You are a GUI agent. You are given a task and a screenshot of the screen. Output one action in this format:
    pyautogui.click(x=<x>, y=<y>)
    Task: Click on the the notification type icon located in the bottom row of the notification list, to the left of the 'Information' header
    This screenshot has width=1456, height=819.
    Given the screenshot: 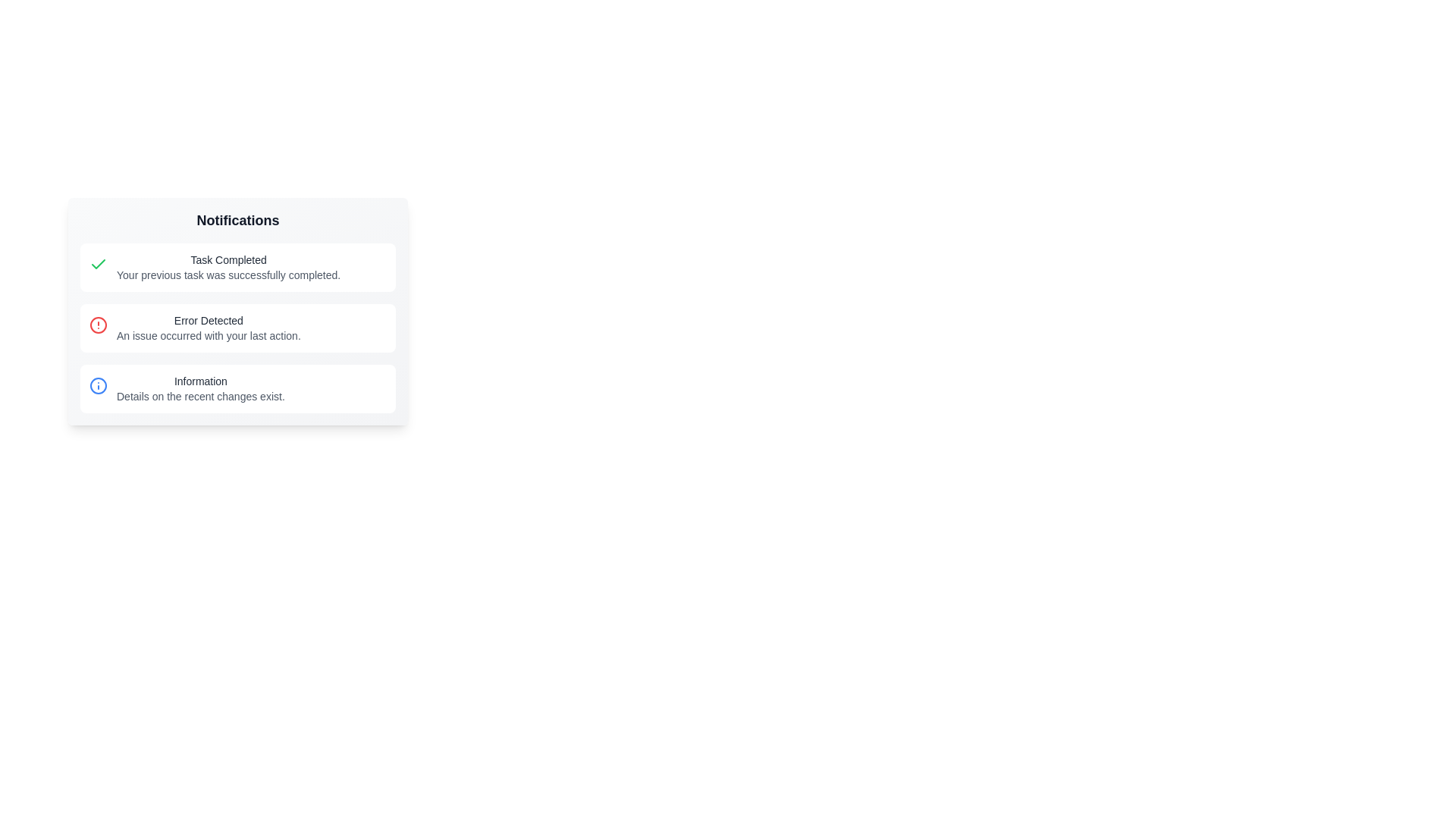 What is the action you would take?
    pyautogui.click(x=97, y=385)
    